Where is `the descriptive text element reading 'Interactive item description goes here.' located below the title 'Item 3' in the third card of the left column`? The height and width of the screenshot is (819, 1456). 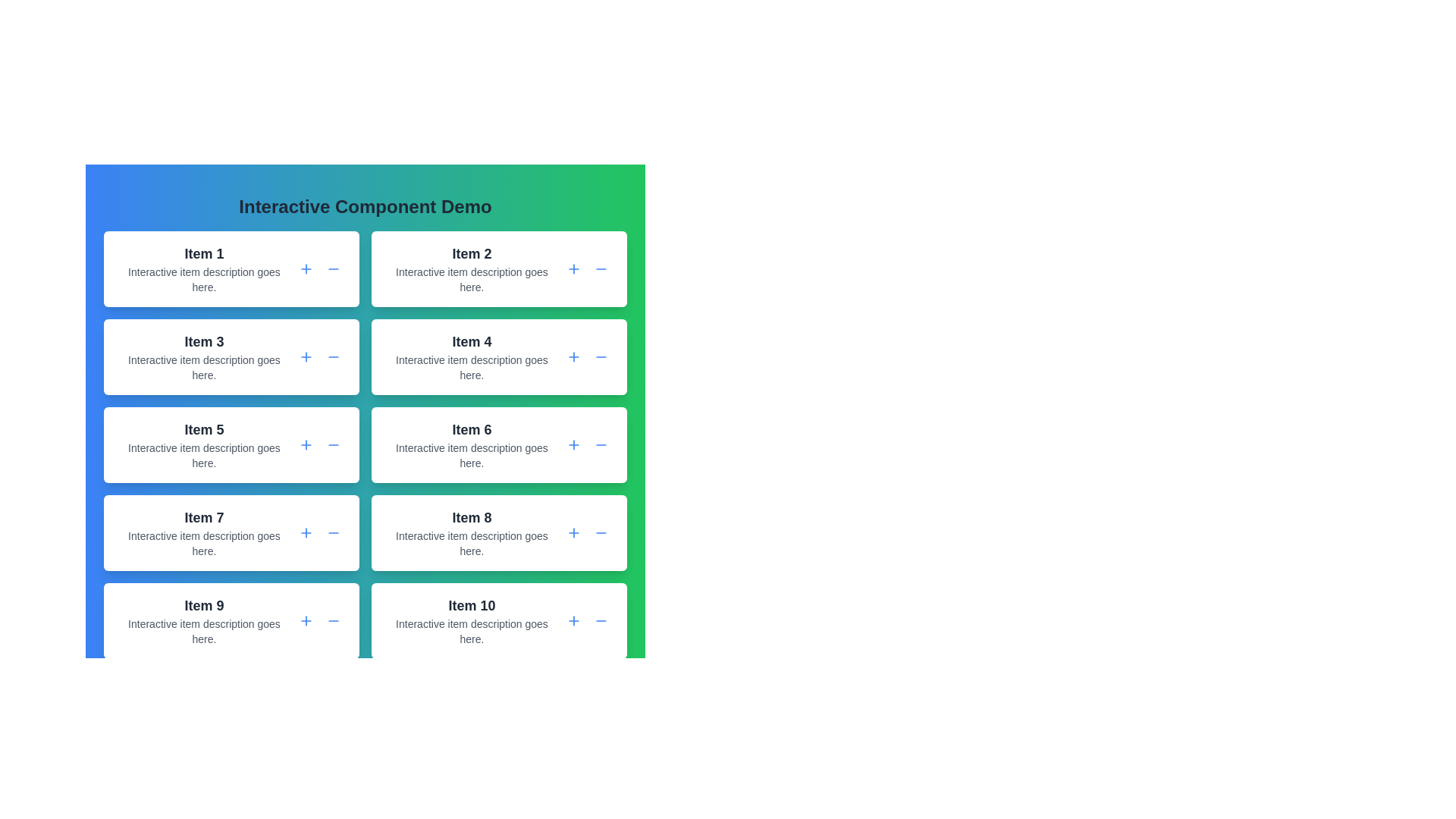 the descriptive text element reading 'Interactive item description goes here.' located below the title 'Item 3' in the third card of the left column is located at coordinates (203, 368).